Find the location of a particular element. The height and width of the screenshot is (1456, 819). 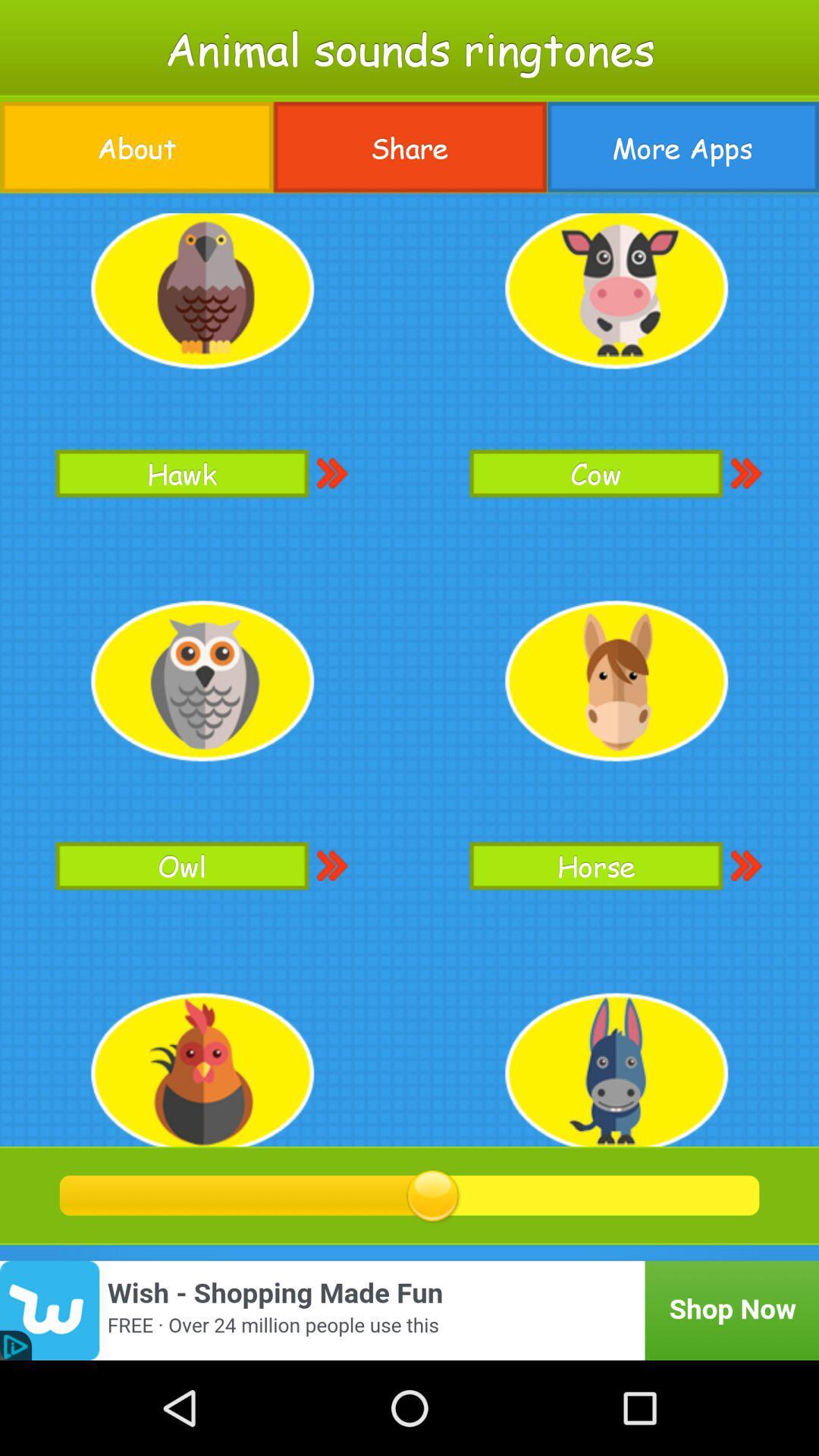

about item is located at coordinates (136, 147).